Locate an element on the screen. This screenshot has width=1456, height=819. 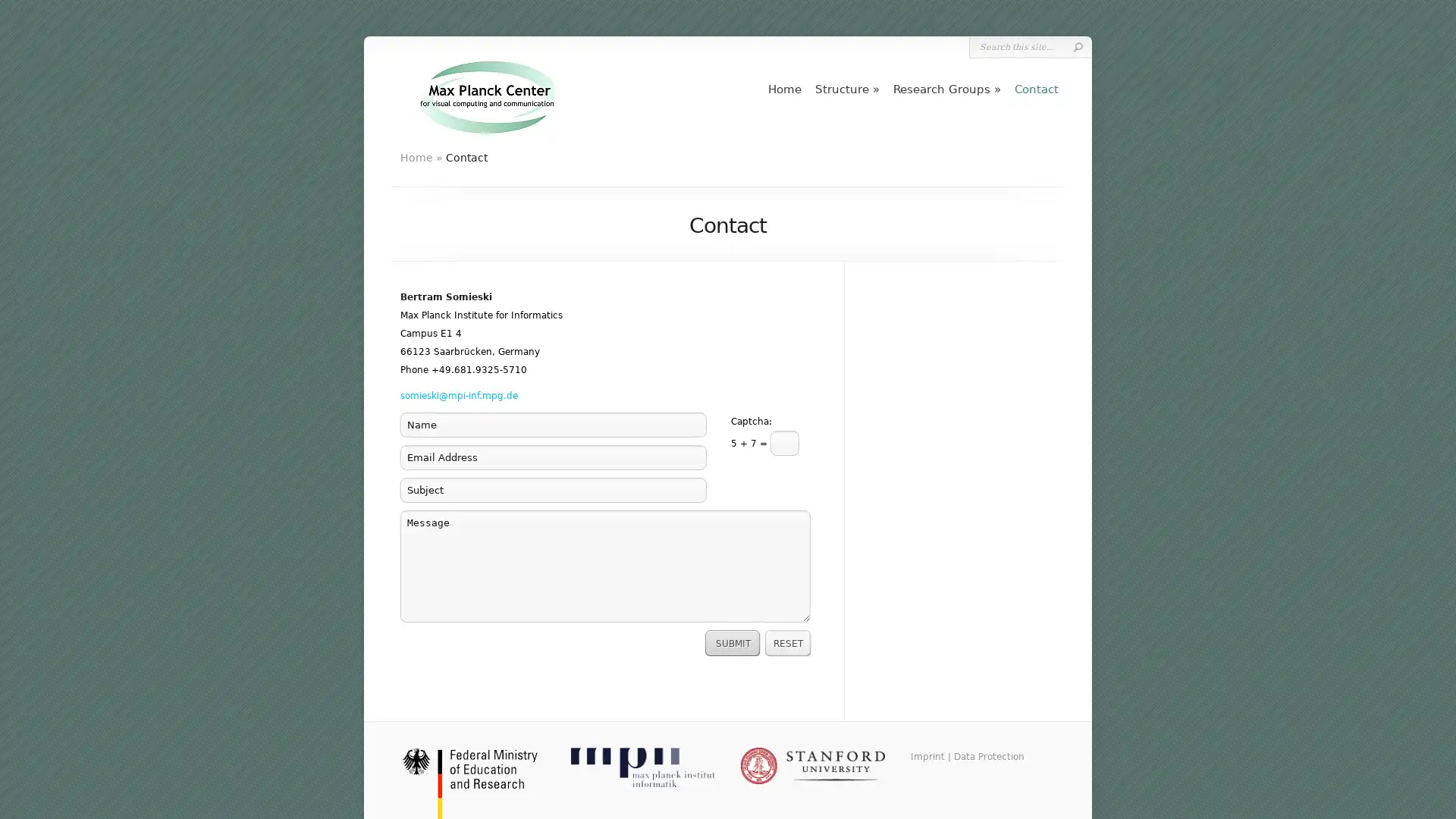
Reset is located at coordinates (788, 643).